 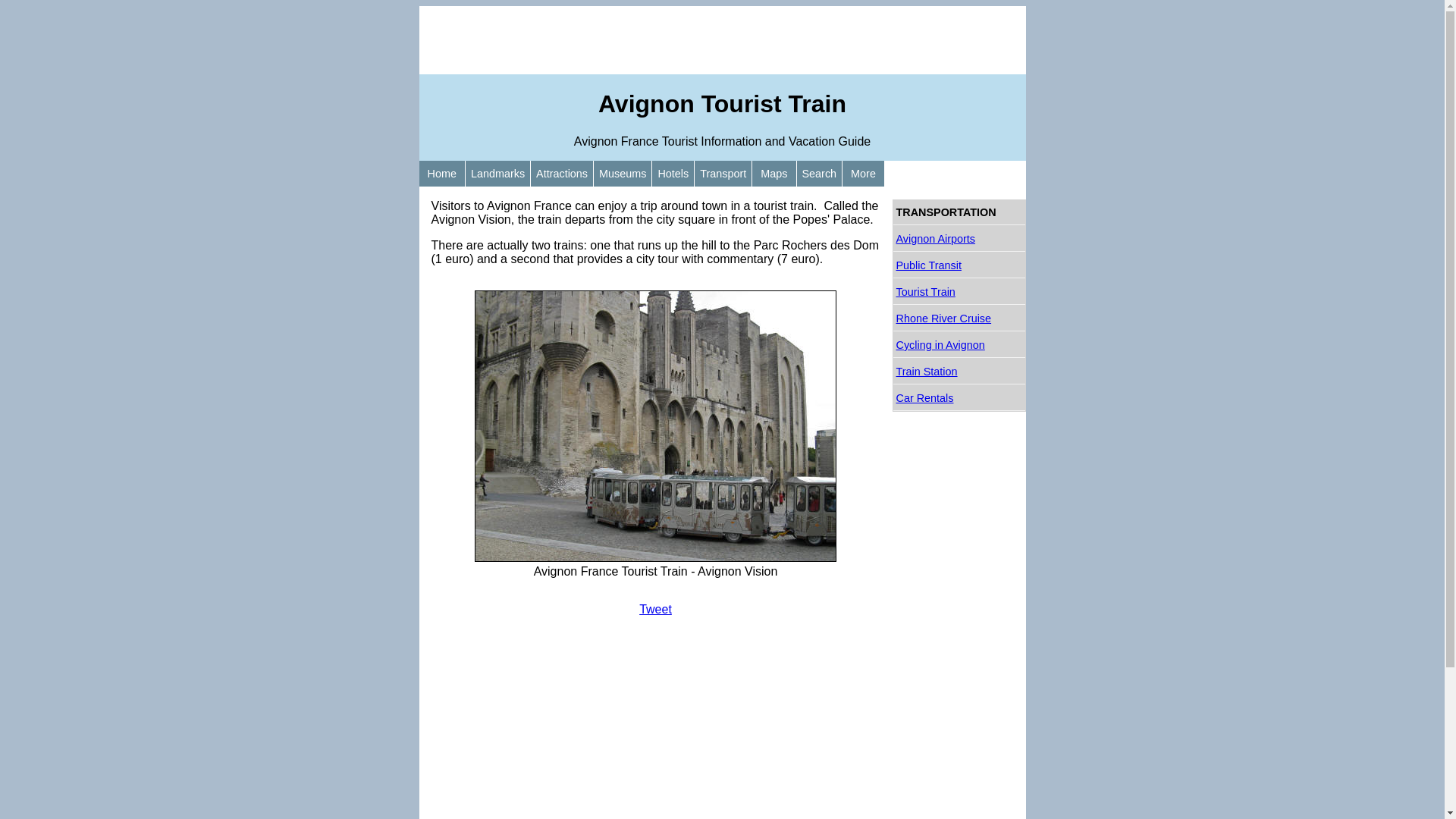 What do you see at coordinates (959, 265) in the screenshot?
I see `'Public Transit'` at bounding box center [959, 265].